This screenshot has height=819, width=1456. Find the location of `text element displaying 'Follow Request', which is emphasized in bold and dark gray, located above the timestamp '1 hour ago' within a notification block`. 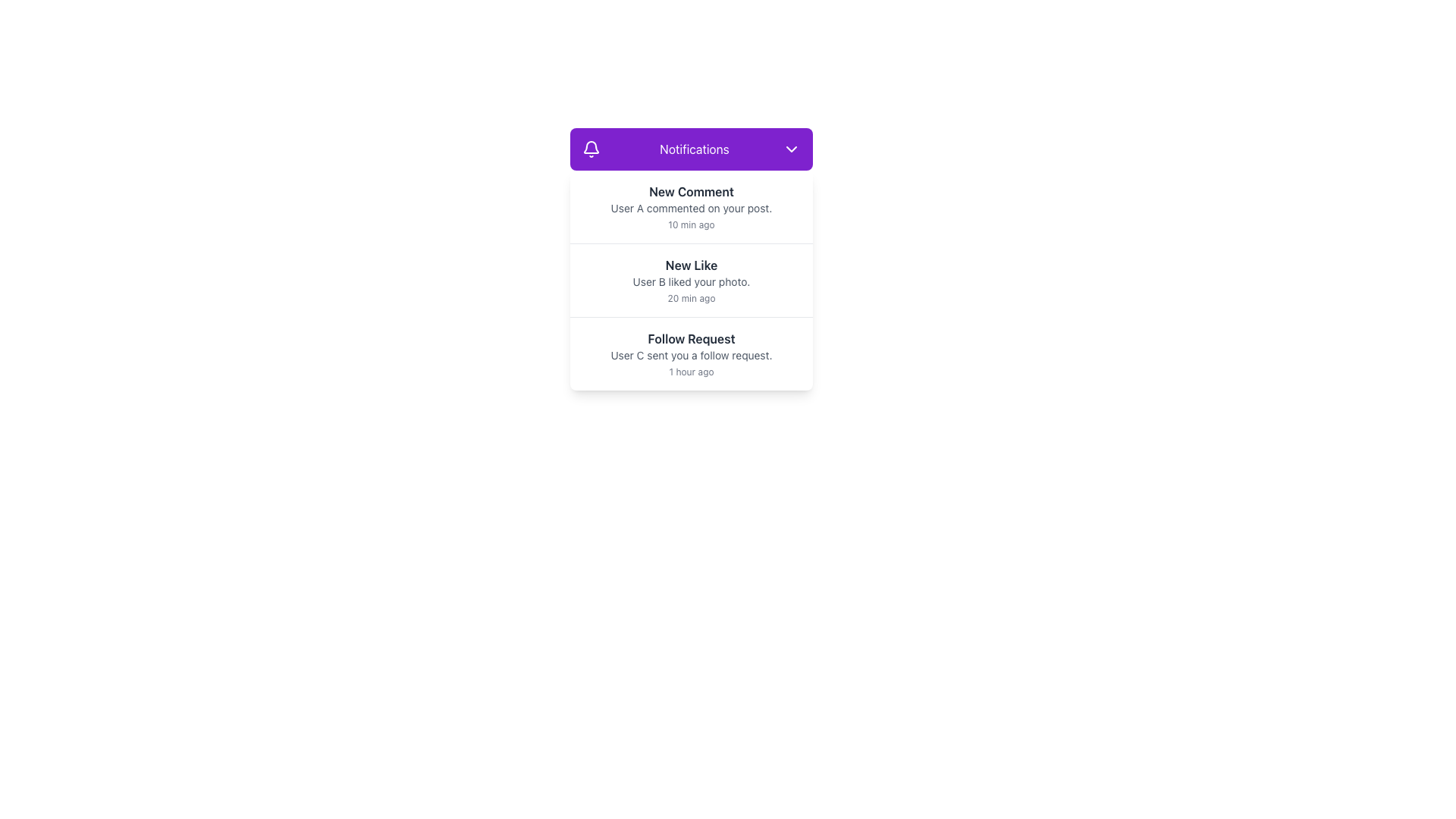

text element displaying 'Follow Request', which is emphasized in bold and dark gray, located above the timestamp '1 hour ago' within a notification block is located at coordinates (691, 338).